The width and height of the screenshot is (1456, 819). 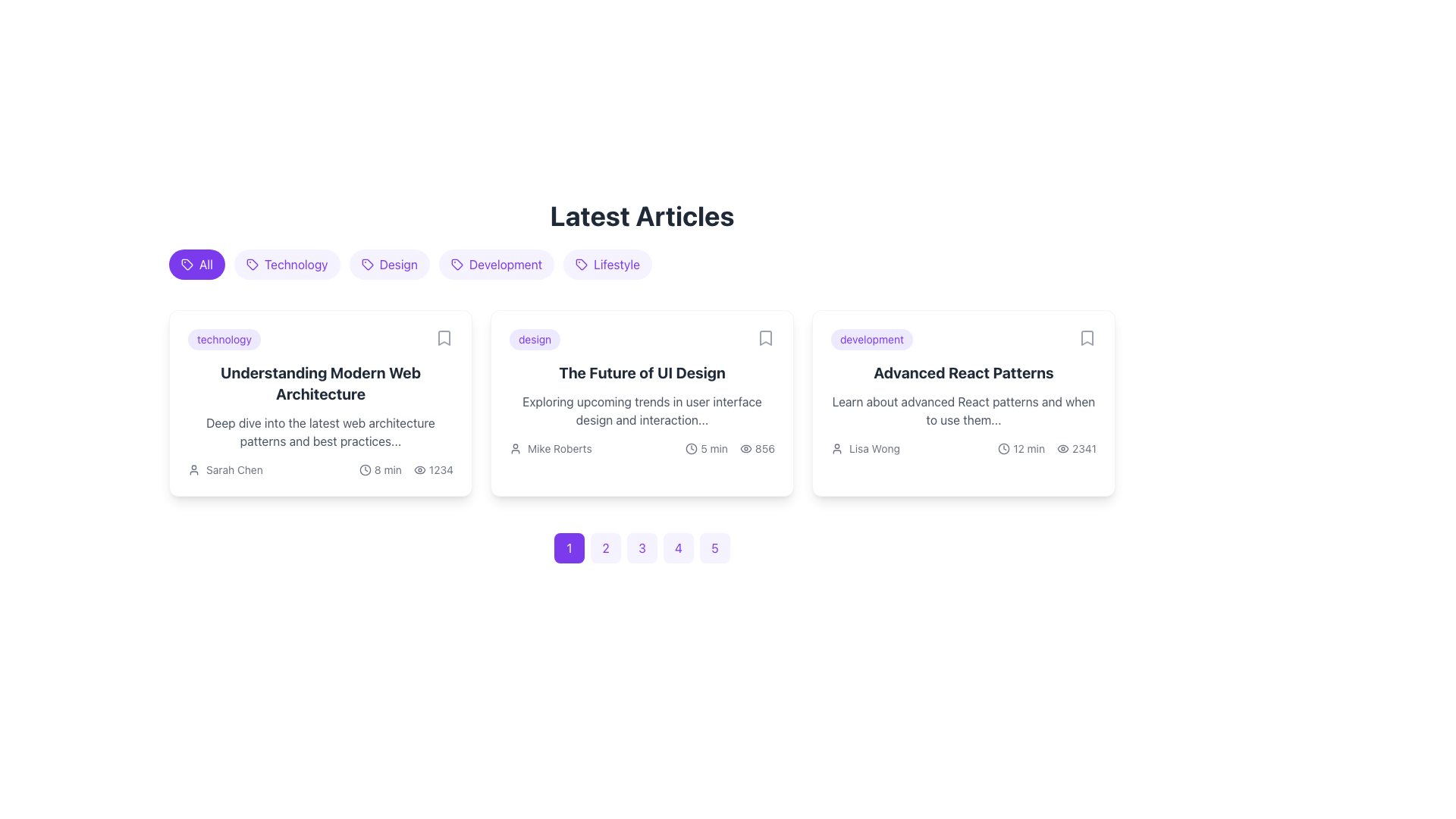 What do you see at coordinates (764, 447) in the screenshot?
I see `the Numeric Display indicating the number of views or interactions, located to the right of the eye-shaped icon in the bottom-right corner of the card titled 'The Future of UI Design'` at bounding box center [764, 447].